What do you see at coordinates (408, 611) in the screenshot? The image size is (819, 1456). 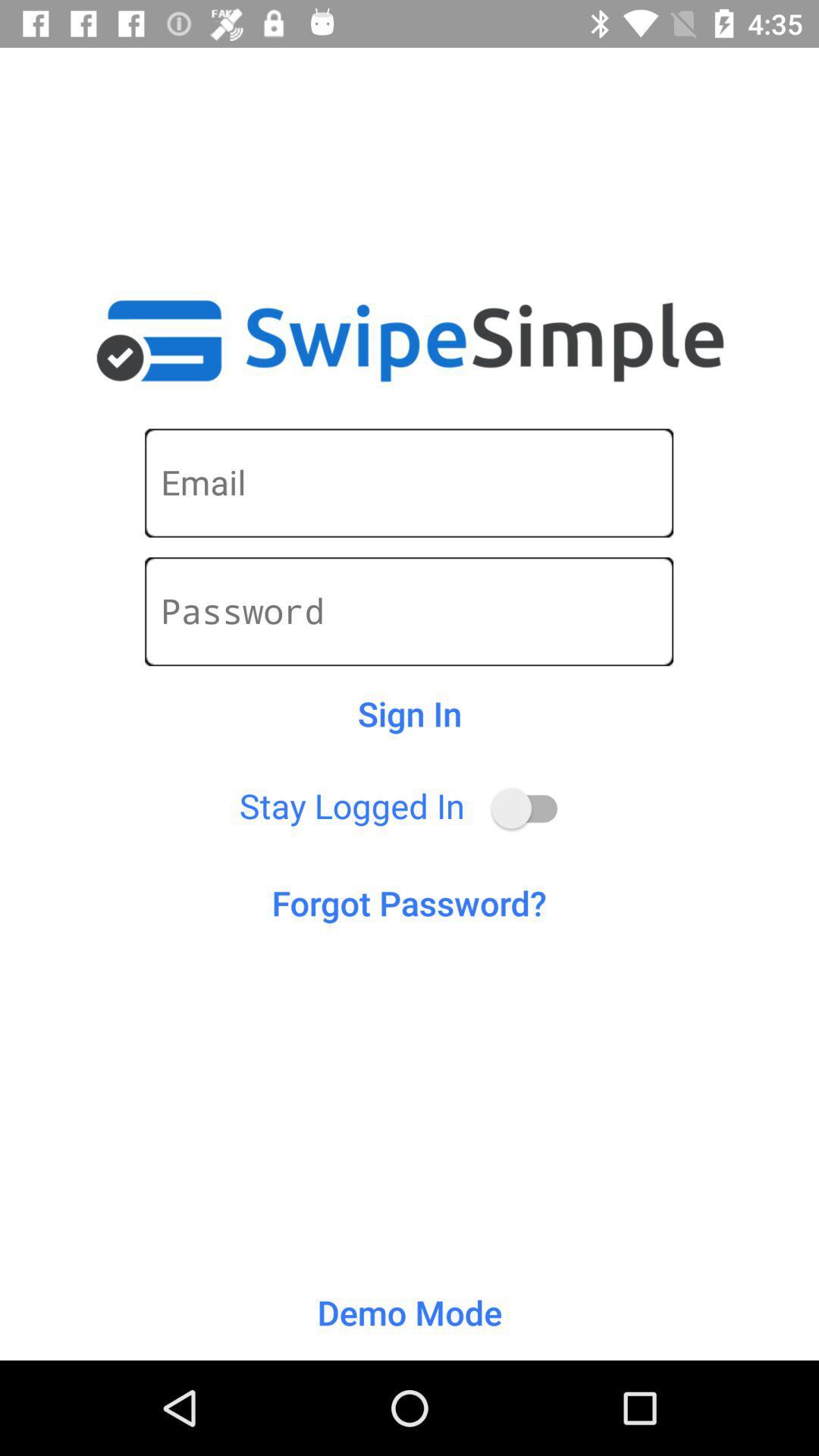 I see `item above sign in` at bounding box center [408, 611].